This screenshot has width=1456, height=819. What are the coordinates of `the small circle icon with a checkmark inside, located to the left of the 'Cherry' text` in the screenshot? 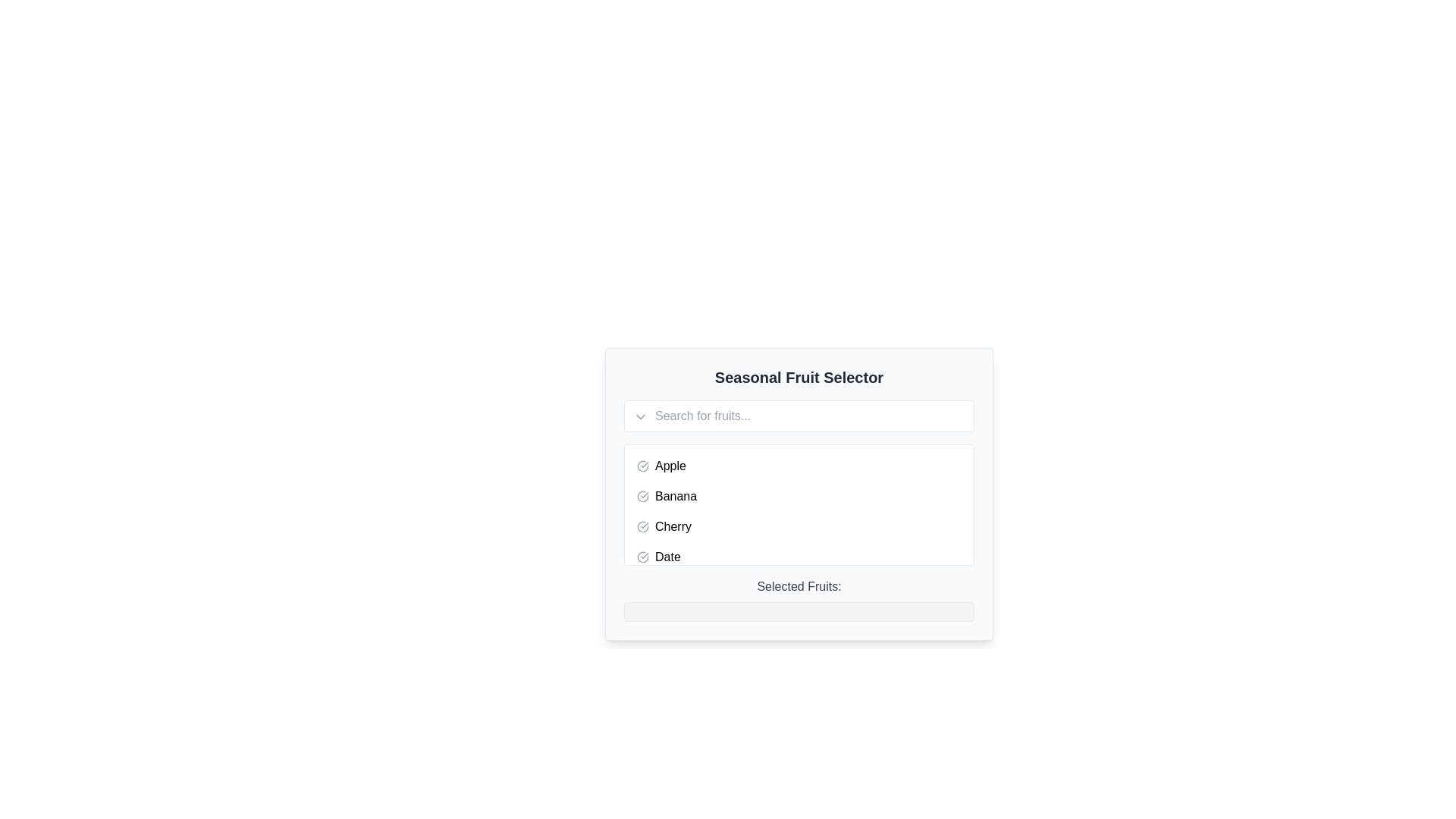 It's located at (643, 526).